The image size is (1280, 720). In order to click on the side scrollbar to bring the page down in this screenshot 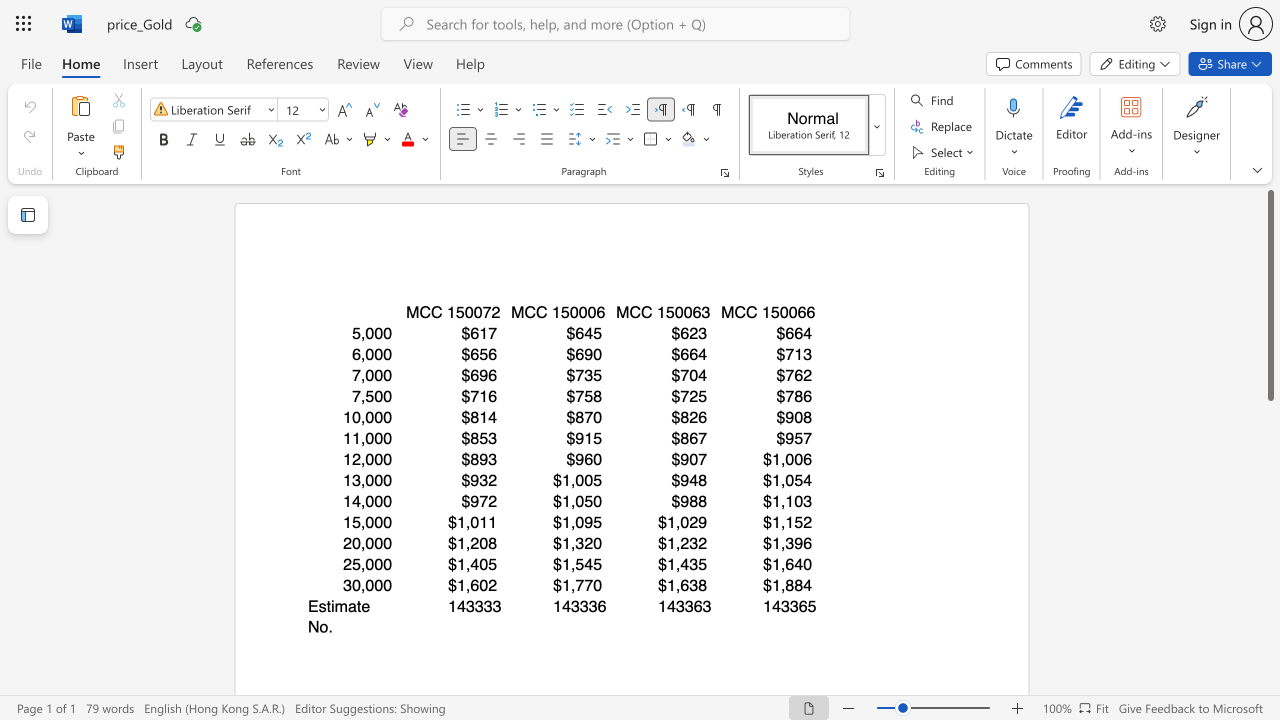, I will do `click(1269, 498)`.